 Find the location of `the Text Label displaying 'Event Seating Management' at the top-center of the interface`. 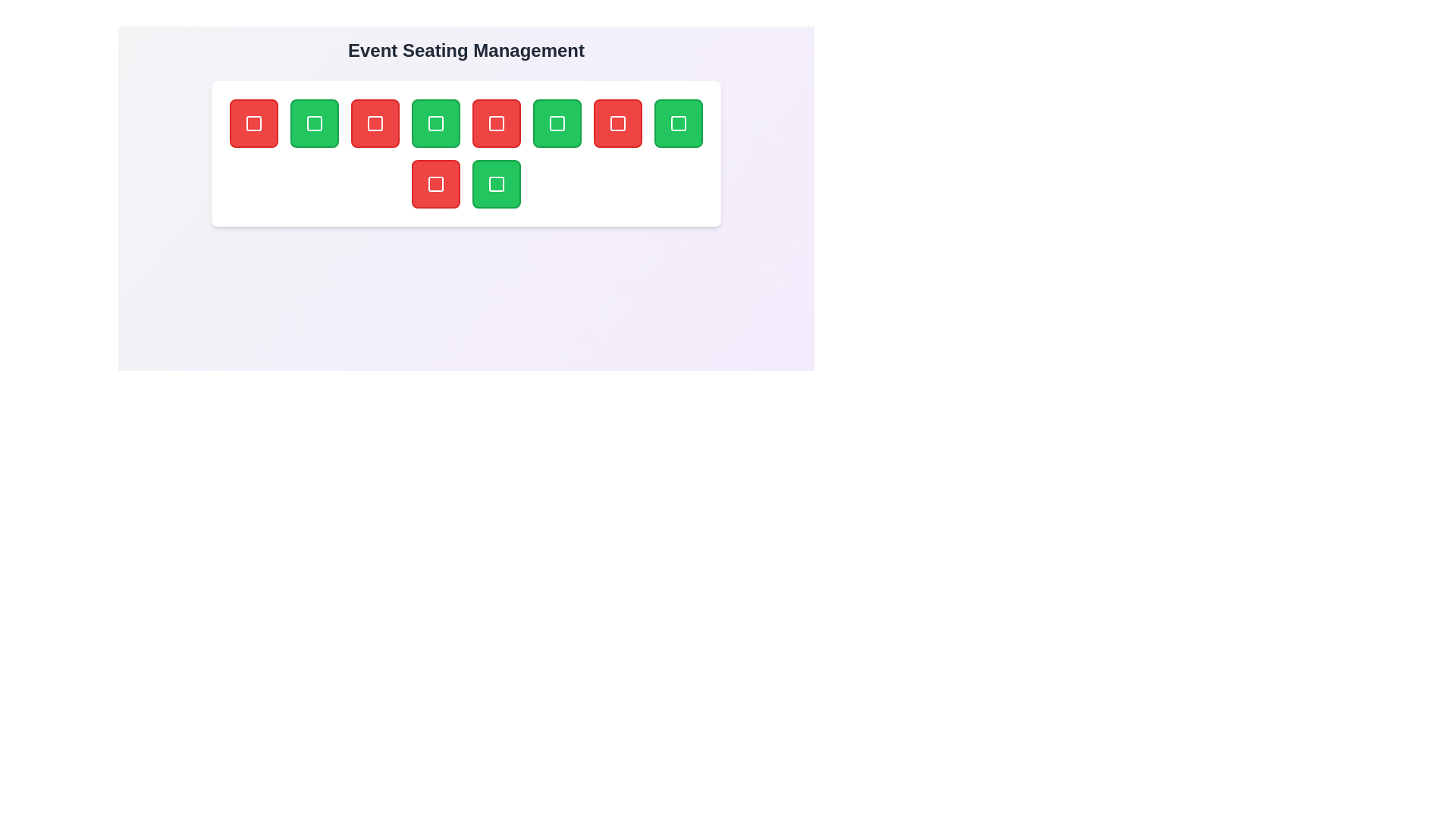

the Text Label displaying 'Event Seating Management' at the top-center of the interface is located at coordinates (465, 49).